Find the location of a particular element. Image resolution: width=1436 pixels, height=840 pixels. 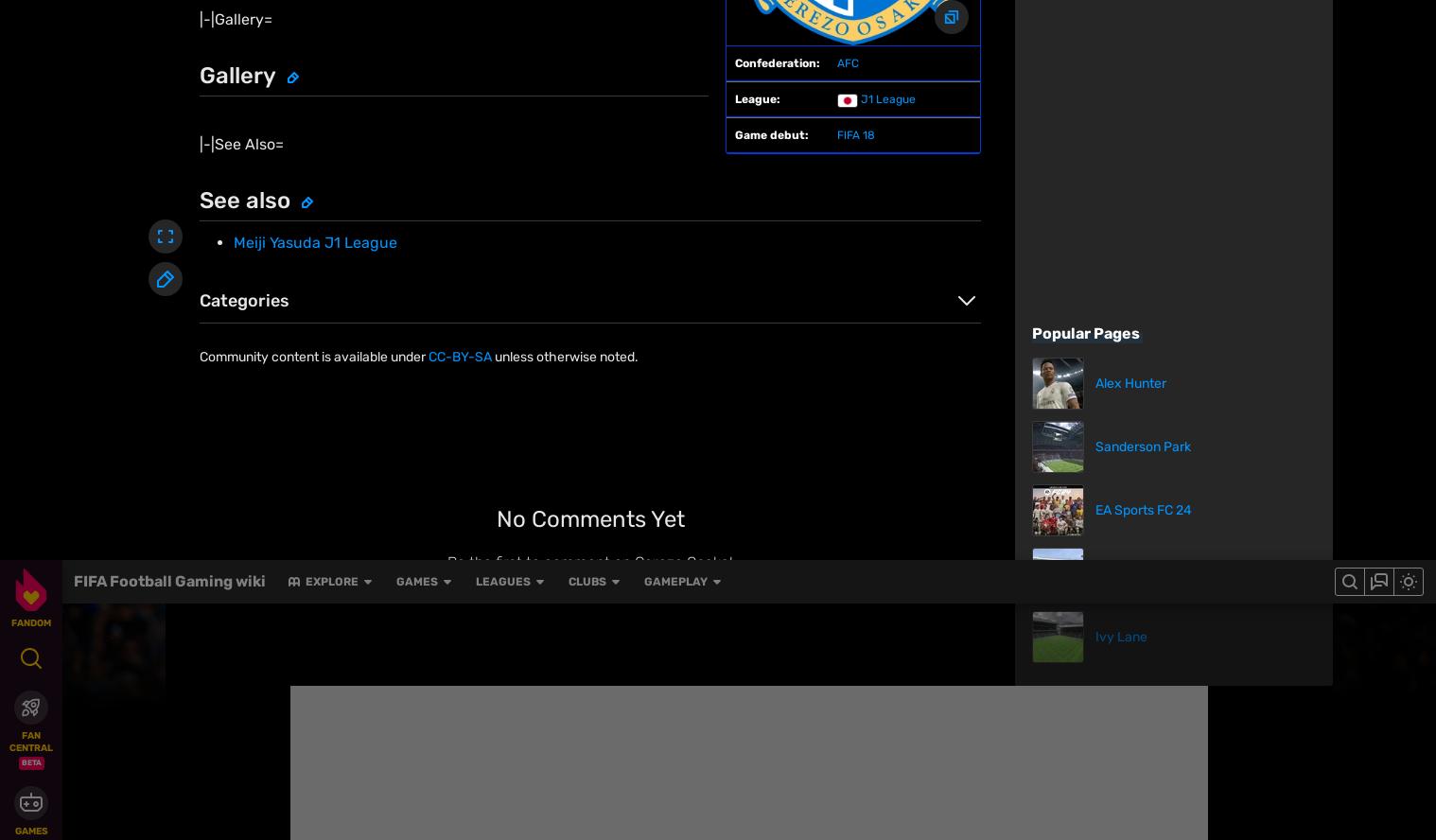

'Explore properties' is located at coordinates (346, 780).